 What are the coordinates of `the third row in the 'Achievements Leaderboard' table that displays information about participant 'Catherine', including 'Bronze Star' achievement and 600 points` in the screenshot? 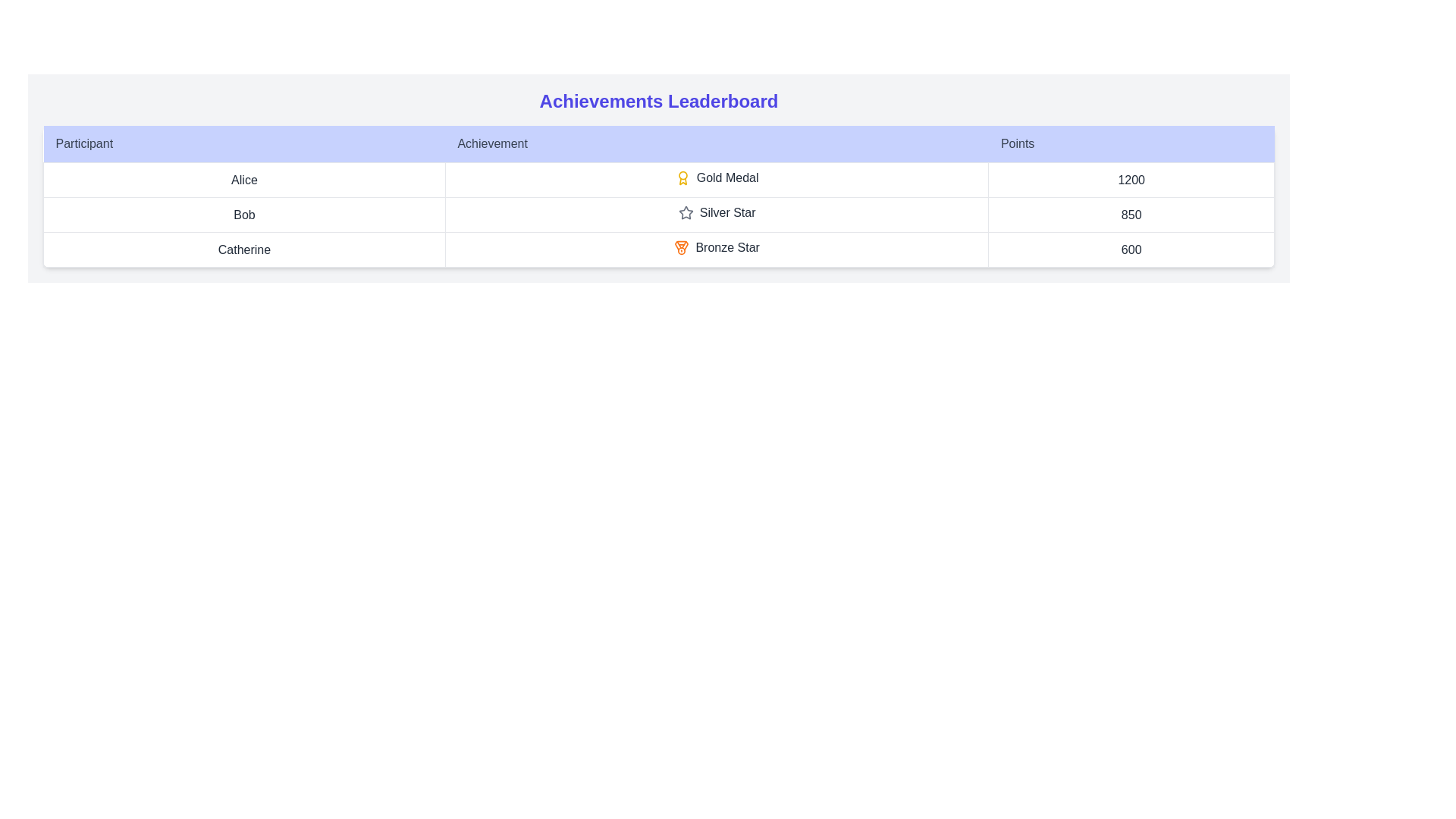 It's located at (658, 249).